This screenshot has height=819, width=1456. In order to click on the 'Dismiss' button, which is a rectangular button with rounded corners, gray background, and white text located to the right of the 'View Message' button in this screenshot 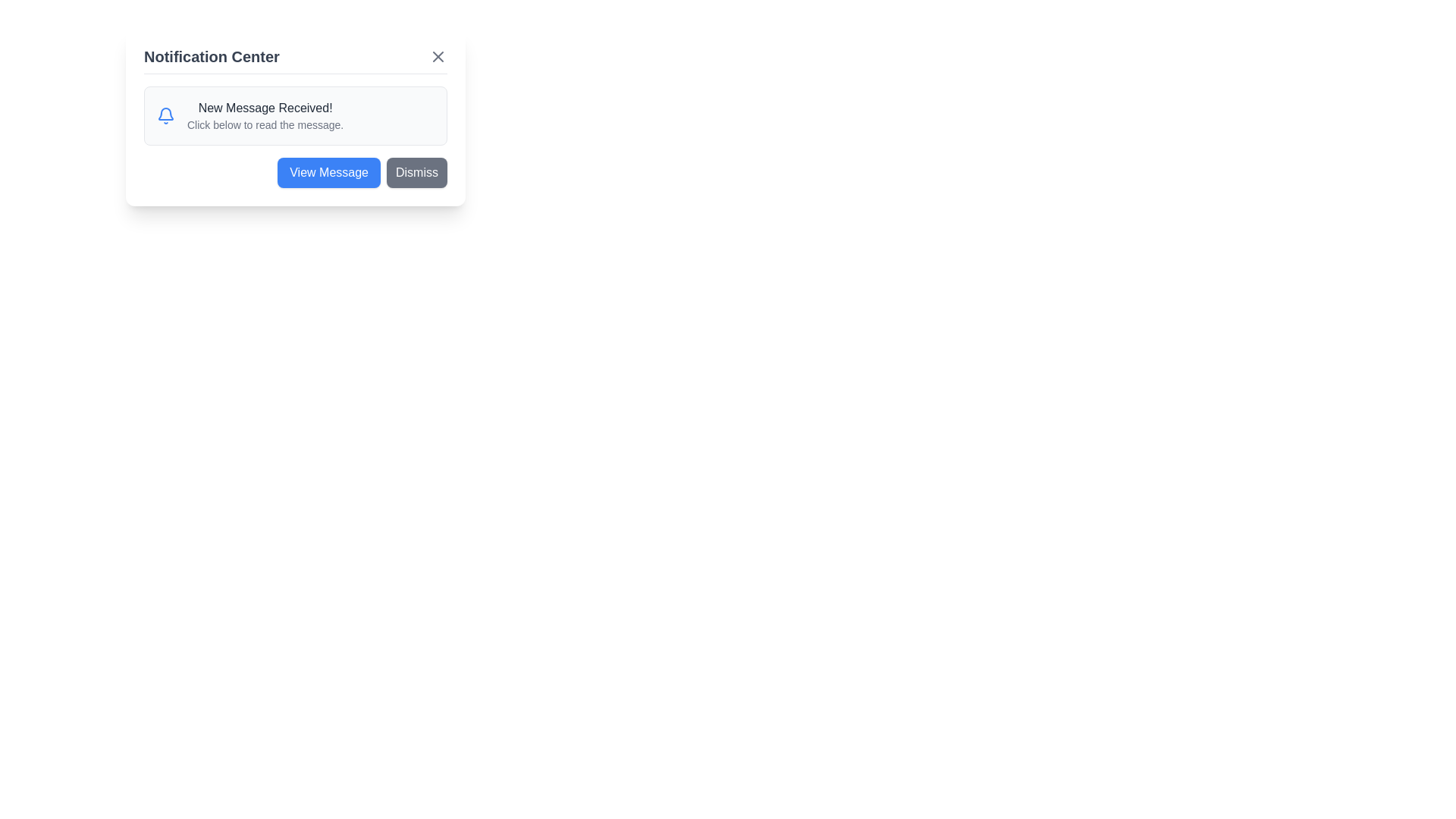, I will do `click(417, 171)`.